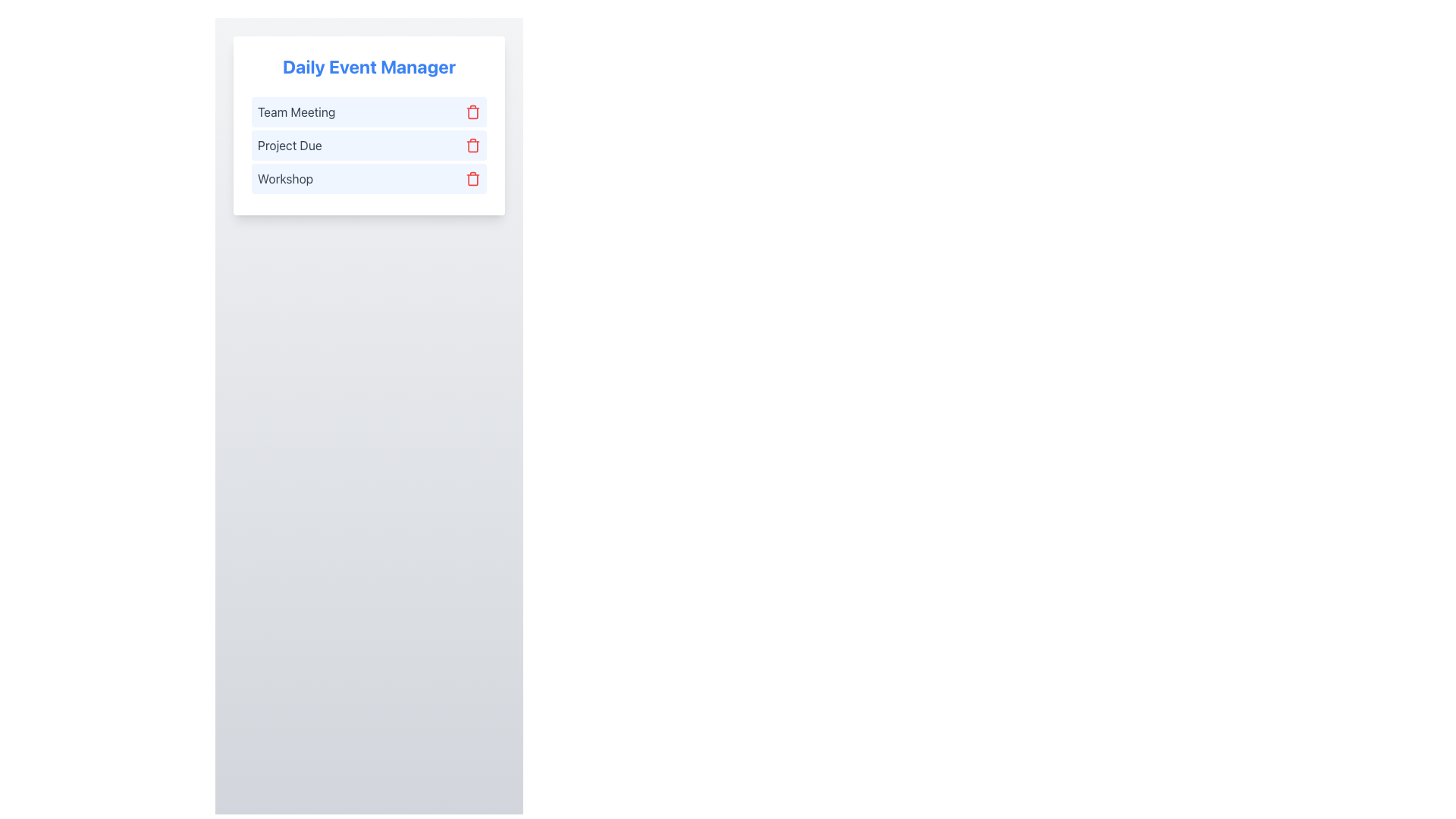 The width and height of the screenshot is (1456, 819). I want to click on the 'Project Due' text label, which is styled in gray text on a blue background, located in the second item of the vertical list under 'Daily Event Manager', so click(290, 146).